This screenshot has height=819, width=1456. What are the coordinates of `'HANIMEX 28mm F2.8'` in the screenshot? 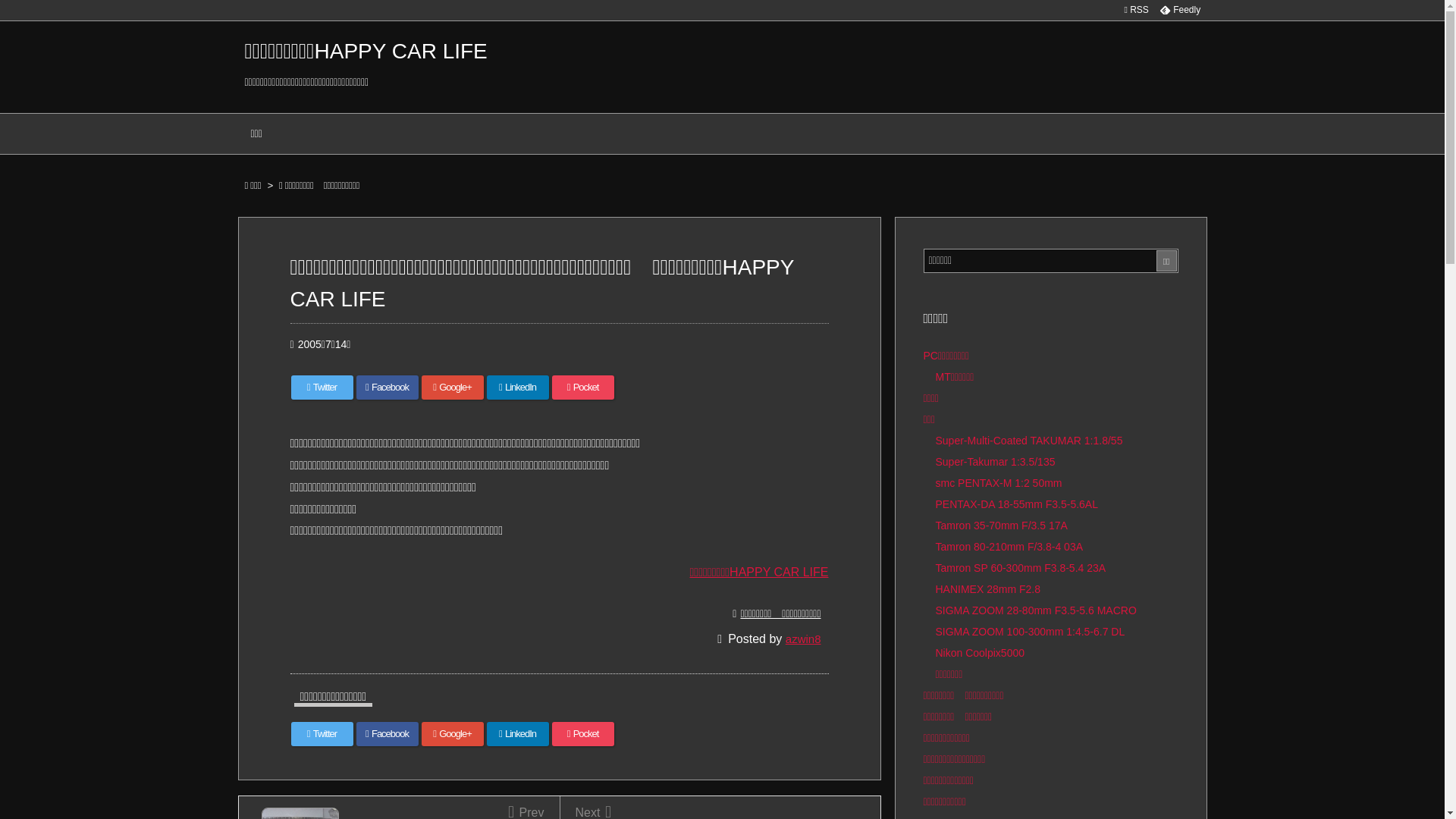 It's located at (987, 588).